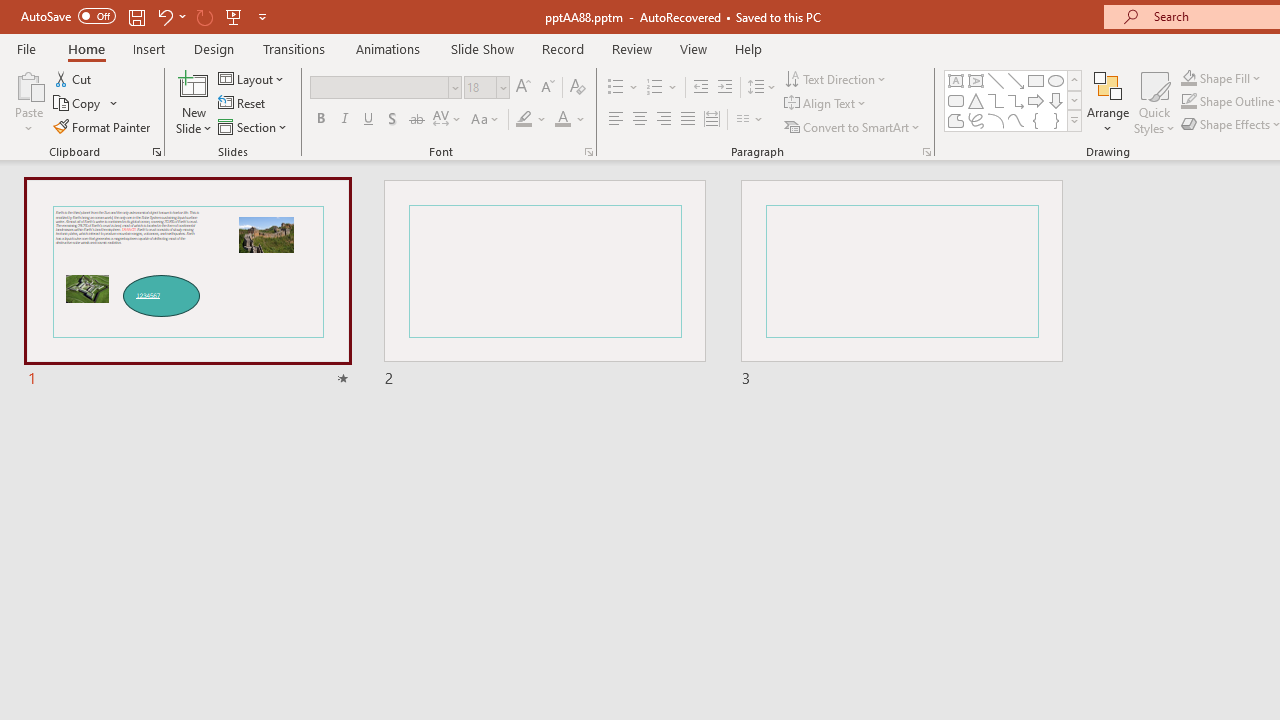  What do you see at coordinates (135, 16) in the screenshot?
I see `'Save'` at bounding box center [135, 16].